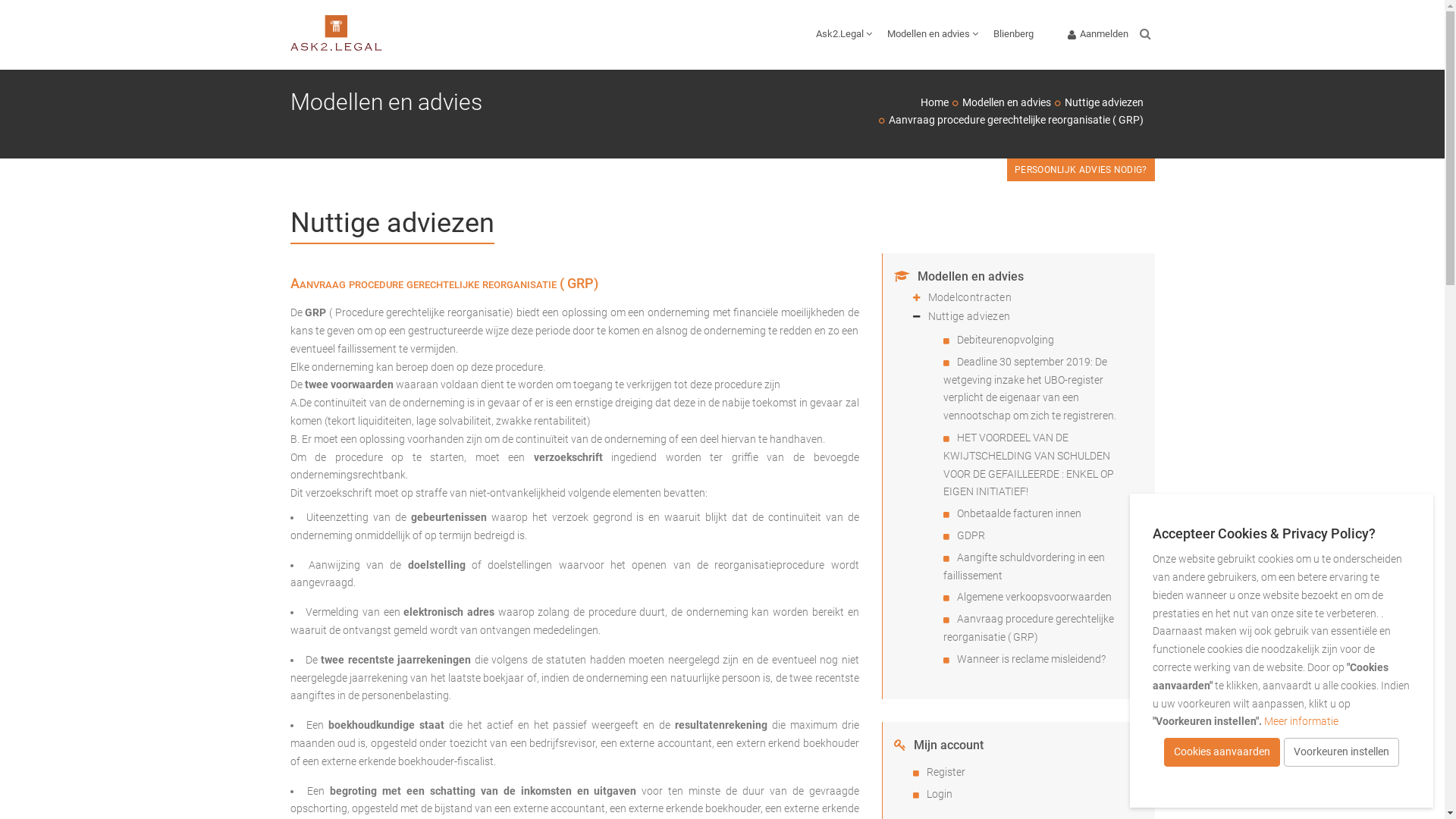  What do you see at coordinates (1024, 566) in the screenshot?
I see `'Aangifte schuldvordering in een faillissement'` at bounding box center [1024, 566].